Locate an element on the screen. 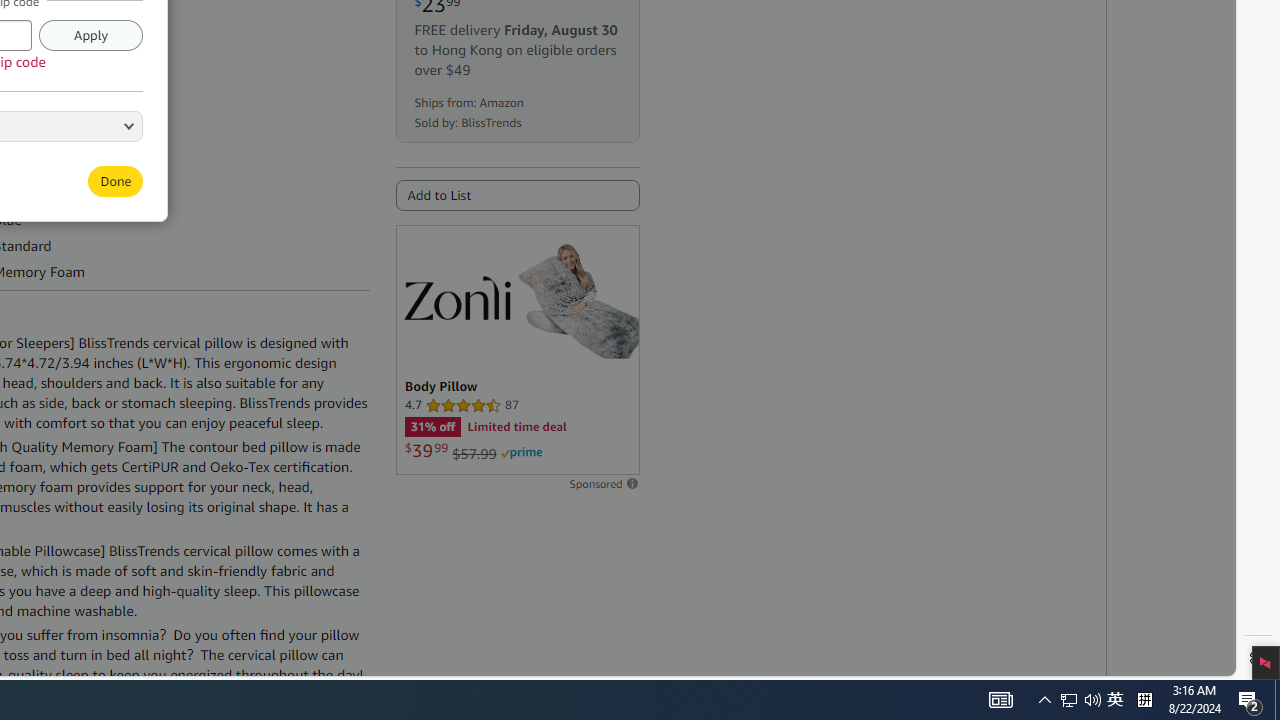 This screenshot has width=1280, height=720. 'Sponsored ad' is located at coordinates (517, 348).